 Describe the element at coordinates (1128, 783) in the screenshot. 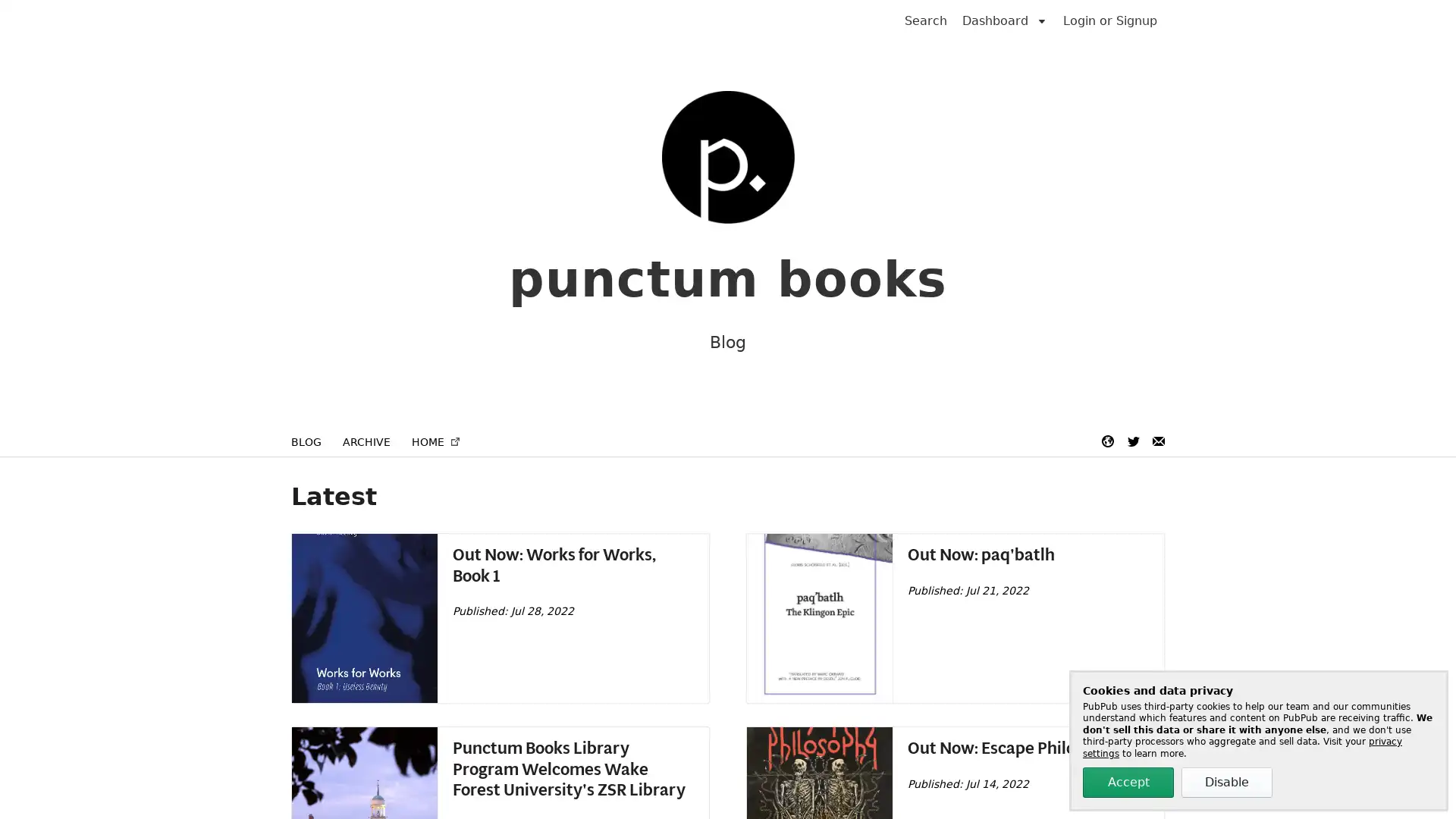

I see `Accept` at that location.